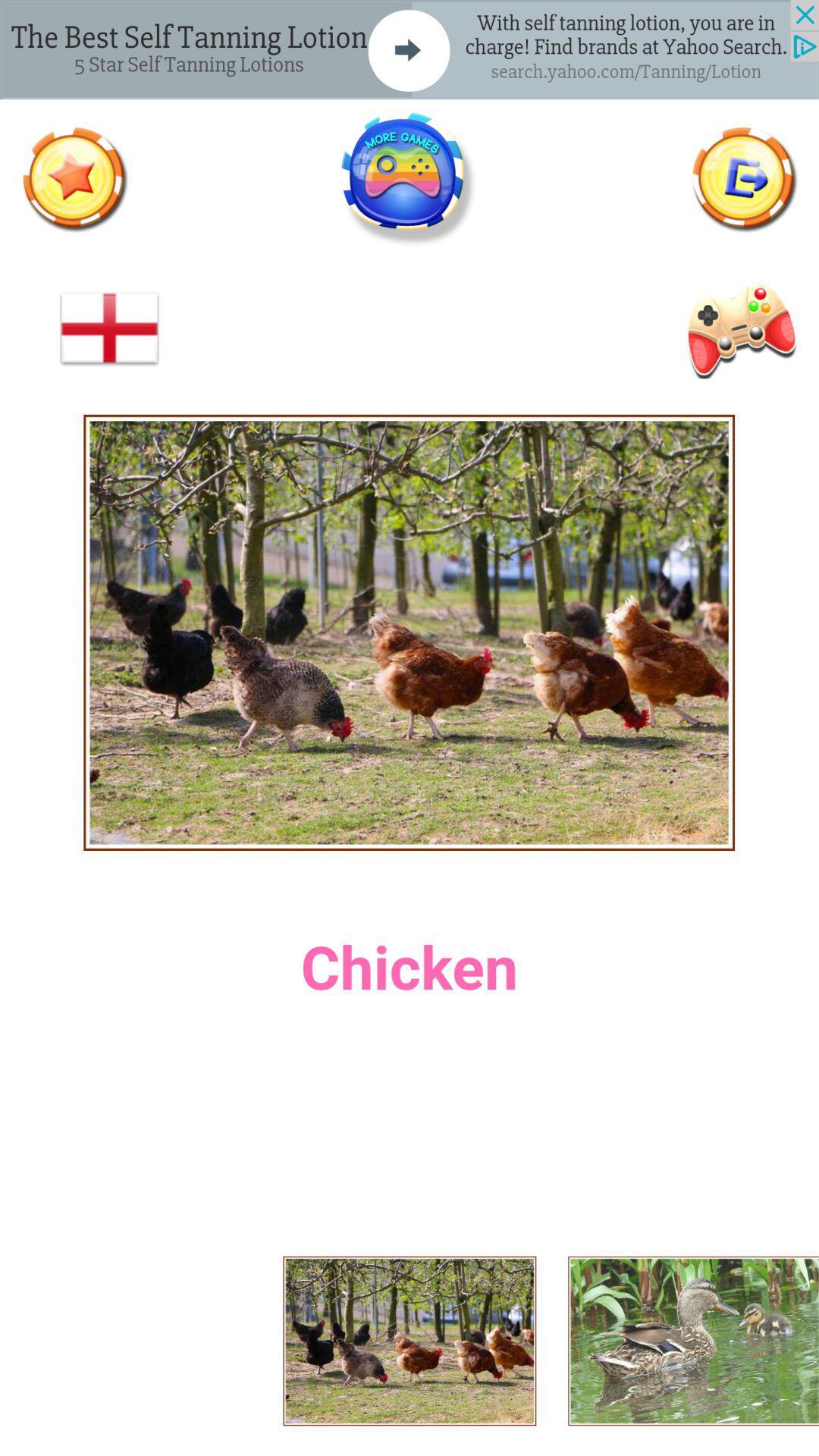 The width and height of the screenshot is (819, 1456). I want to click on the add icon, so click(108, 328).